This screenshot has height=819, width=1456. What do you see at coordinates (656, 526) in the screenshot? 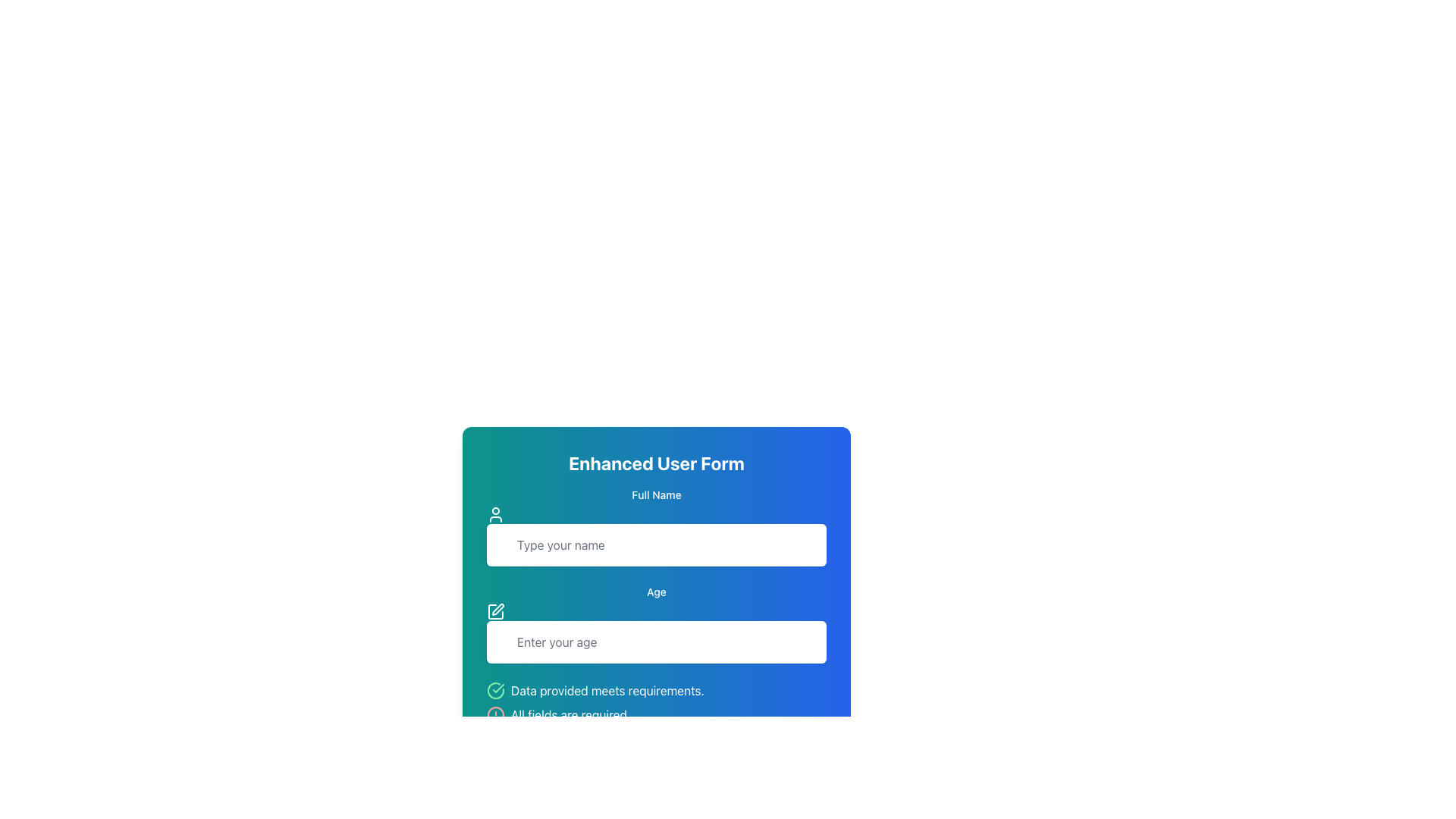
I see `the text input field for the user's full name, which is located below the 'Full Name' label and above the 'Age' input field` at bounding box center [656, 526].